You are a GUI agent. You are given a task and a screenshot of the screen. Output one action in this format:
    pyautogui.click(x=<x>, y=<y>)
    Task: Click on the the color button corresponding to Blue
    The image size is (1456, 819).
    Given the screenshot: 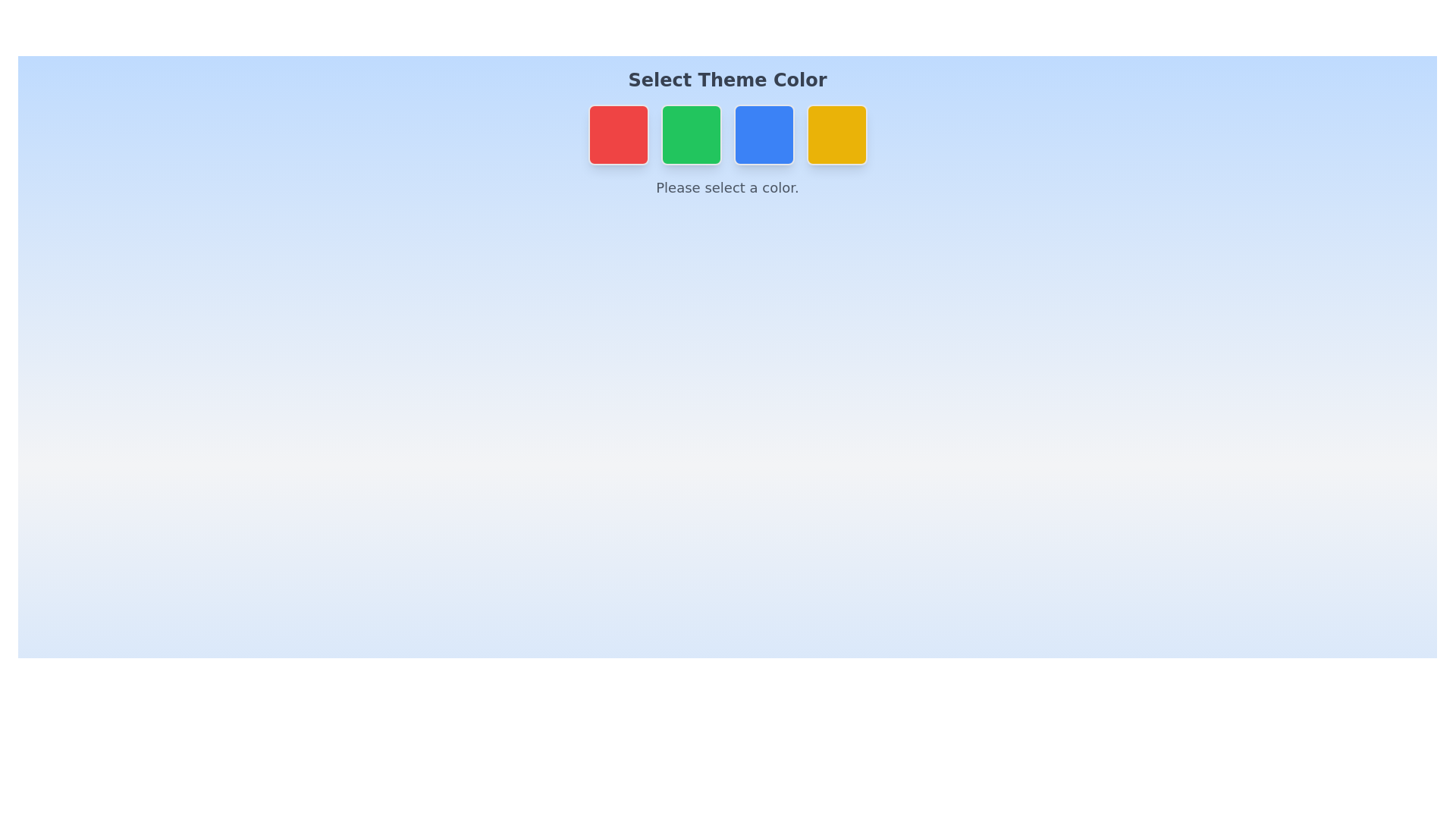 What is the action you would take?
    pyautogui.click(x=764, y=133)
    